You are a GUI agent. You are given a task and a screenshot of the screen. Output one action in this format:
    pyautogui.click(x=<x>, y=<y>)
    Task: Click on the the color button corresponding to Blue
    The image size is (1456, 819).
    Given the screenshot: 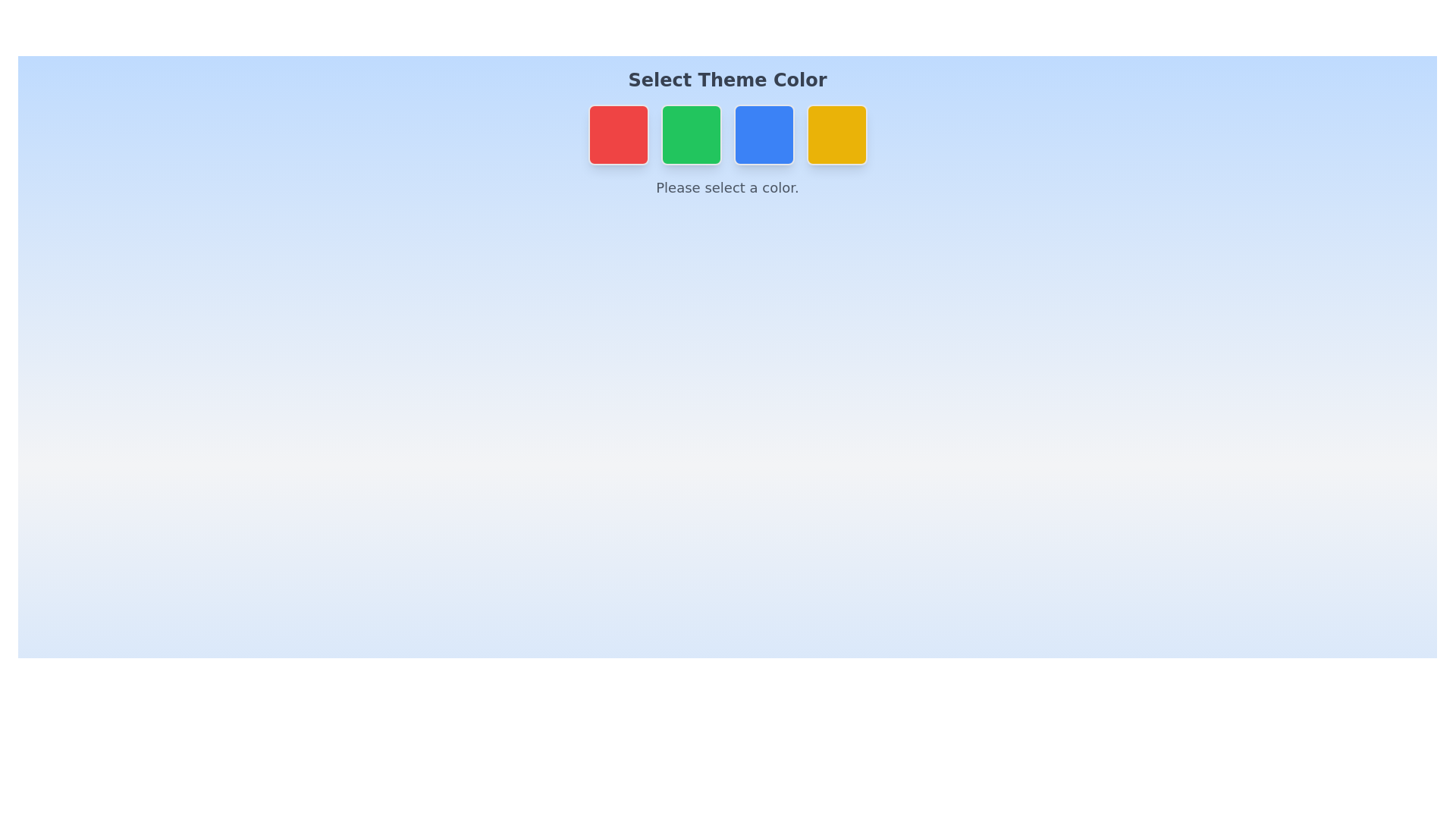 What is the action you would take?
    pyautogui.click(x=764, y=133)
    